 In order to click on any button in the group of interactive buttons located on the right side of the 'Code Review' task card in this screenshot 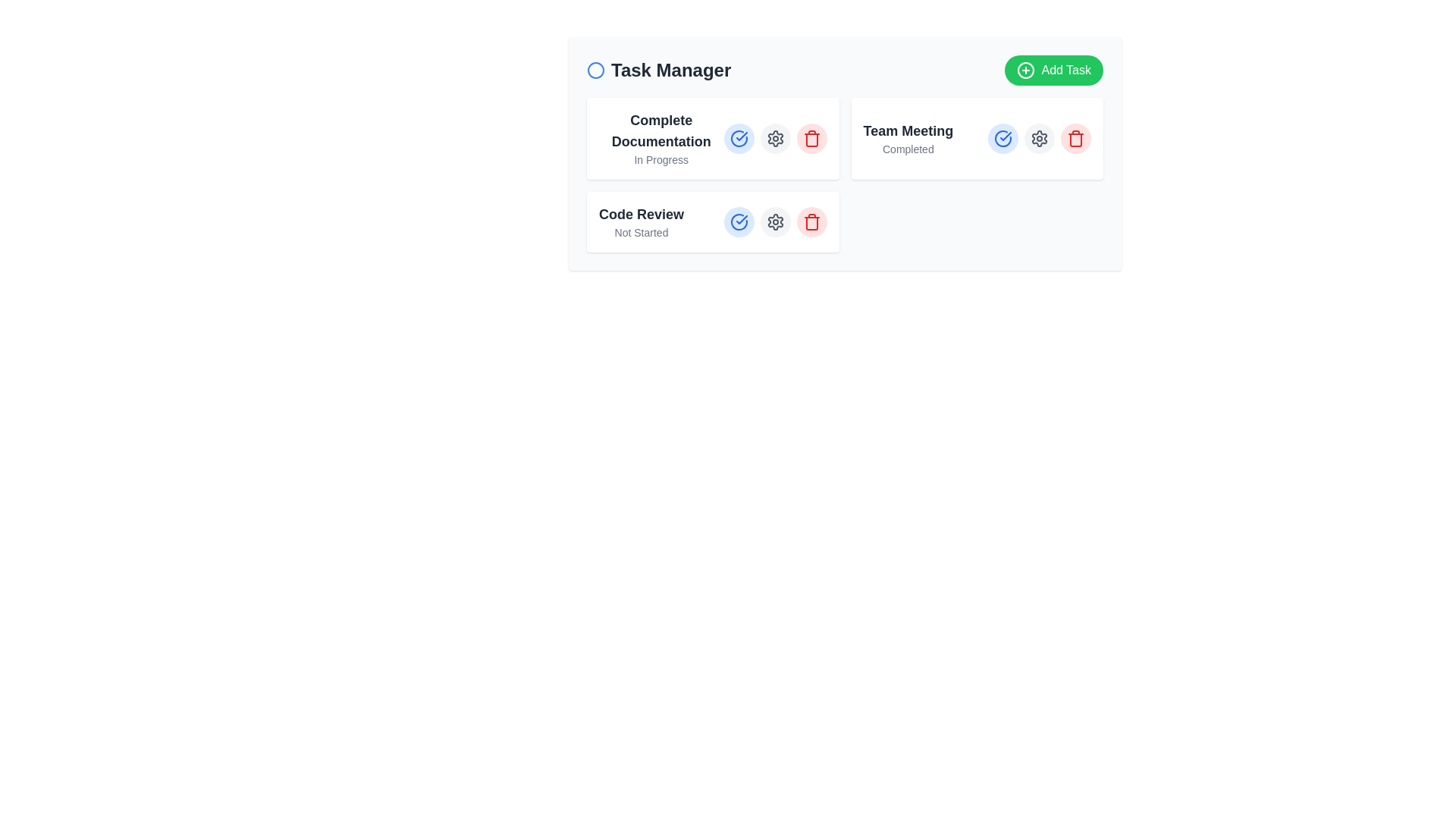, I will do `click(775, 222)`.